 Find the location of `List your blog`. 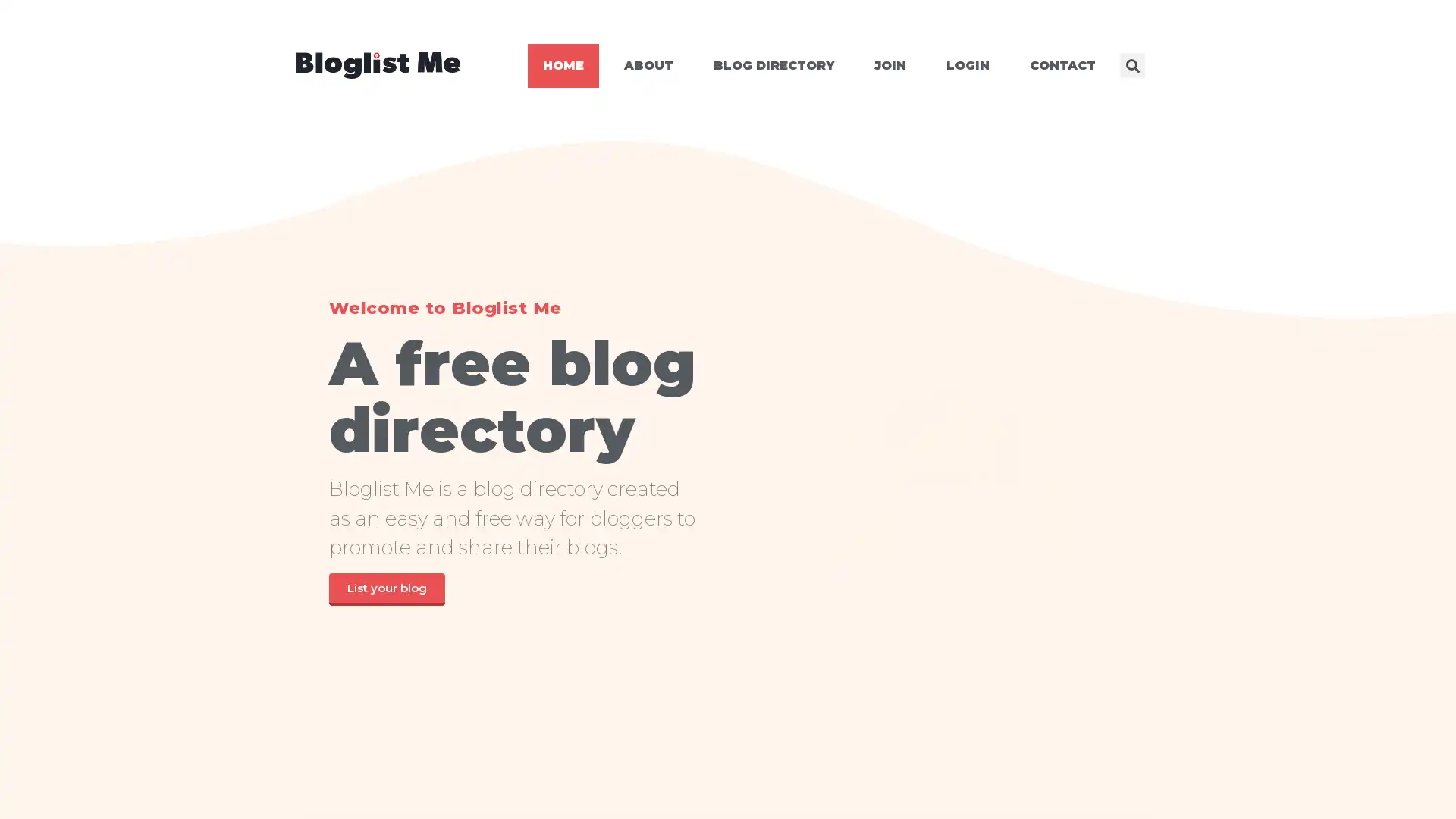

List your blog is located at coordinates (386, 588).